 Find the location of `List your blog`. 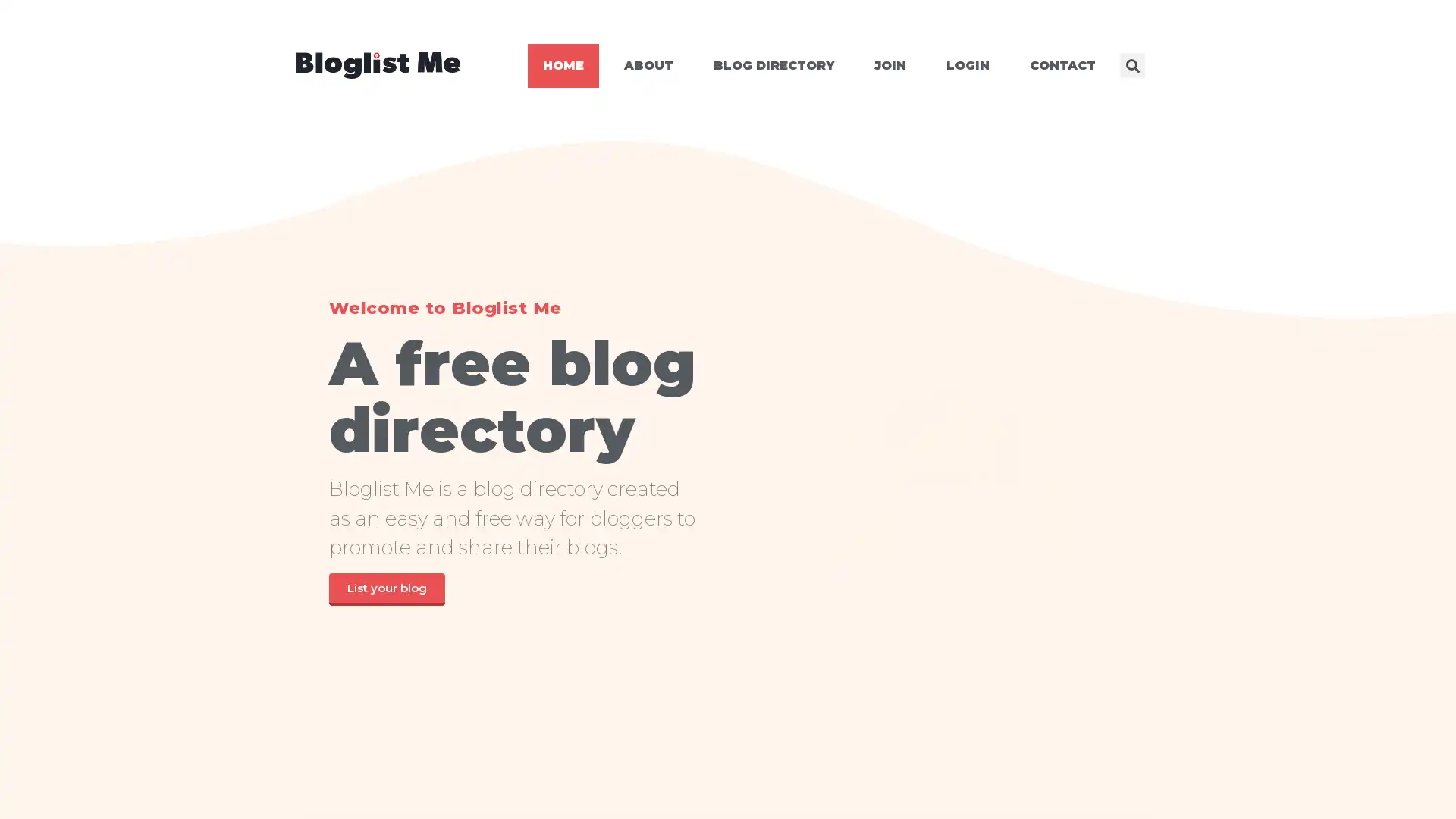

List your blog is located at coordinates (386, 588).